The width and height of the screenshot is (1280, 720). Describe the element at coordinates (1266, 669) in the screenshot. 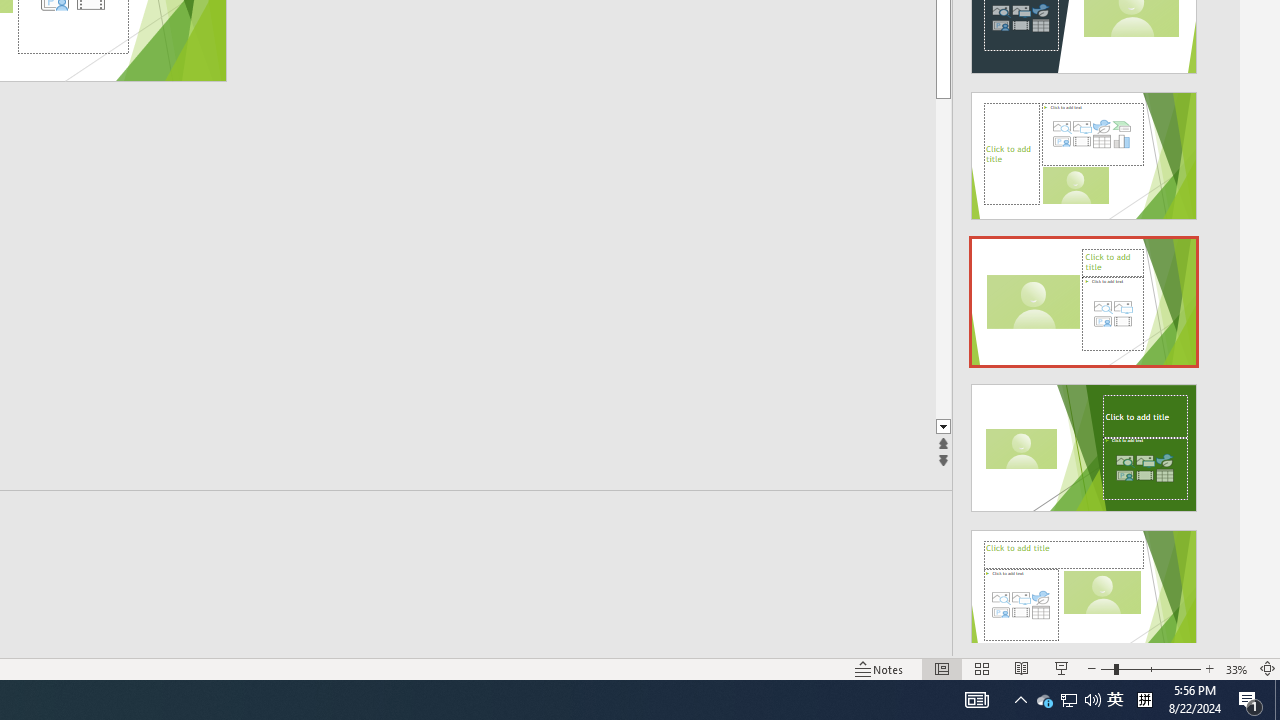

I see `'Zoom to Fit '` at that location.